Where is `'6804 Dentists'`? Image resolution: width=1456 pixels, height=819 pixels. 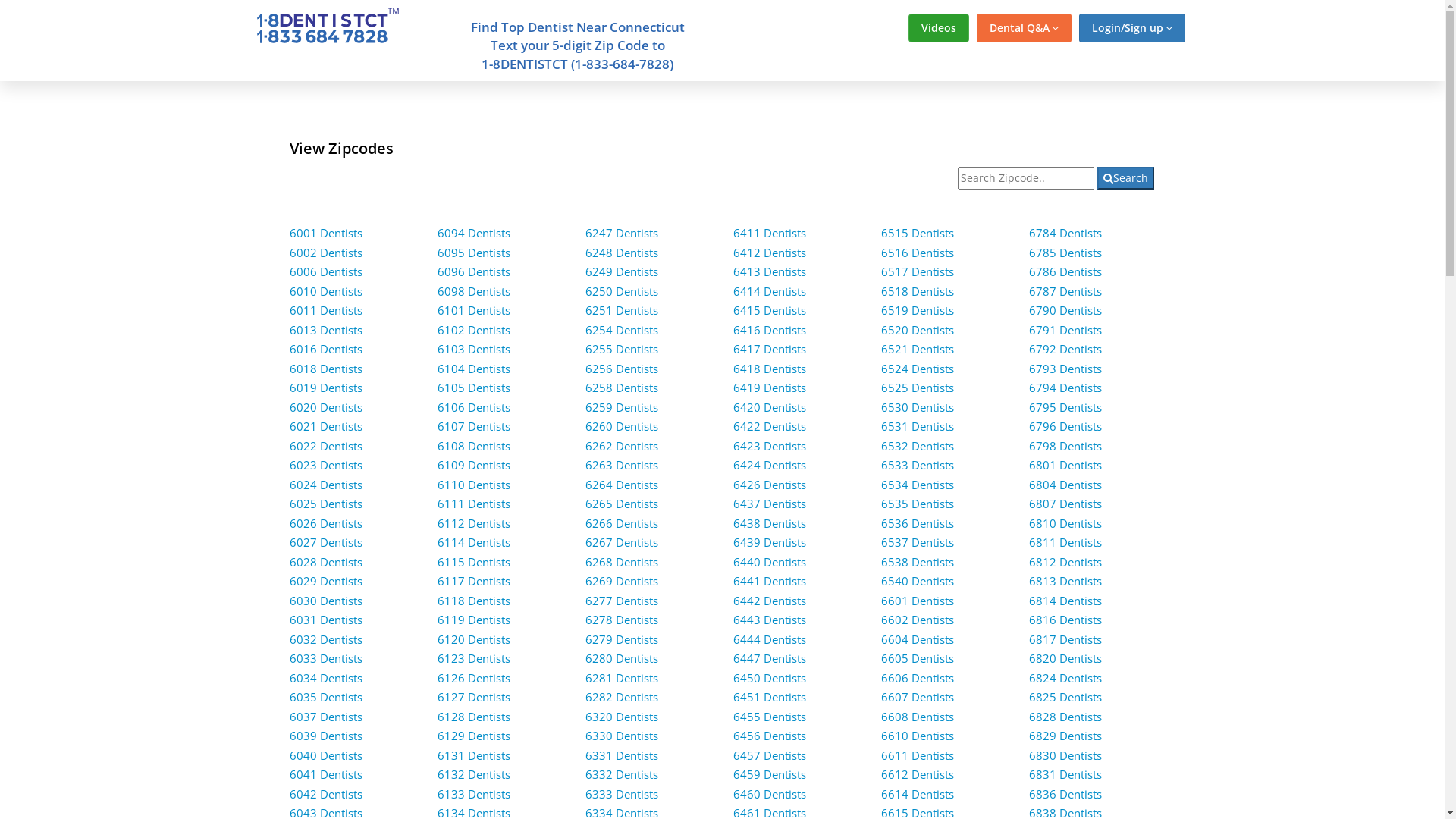
'6804 Dentists' is located at coordinates (1065, 485).